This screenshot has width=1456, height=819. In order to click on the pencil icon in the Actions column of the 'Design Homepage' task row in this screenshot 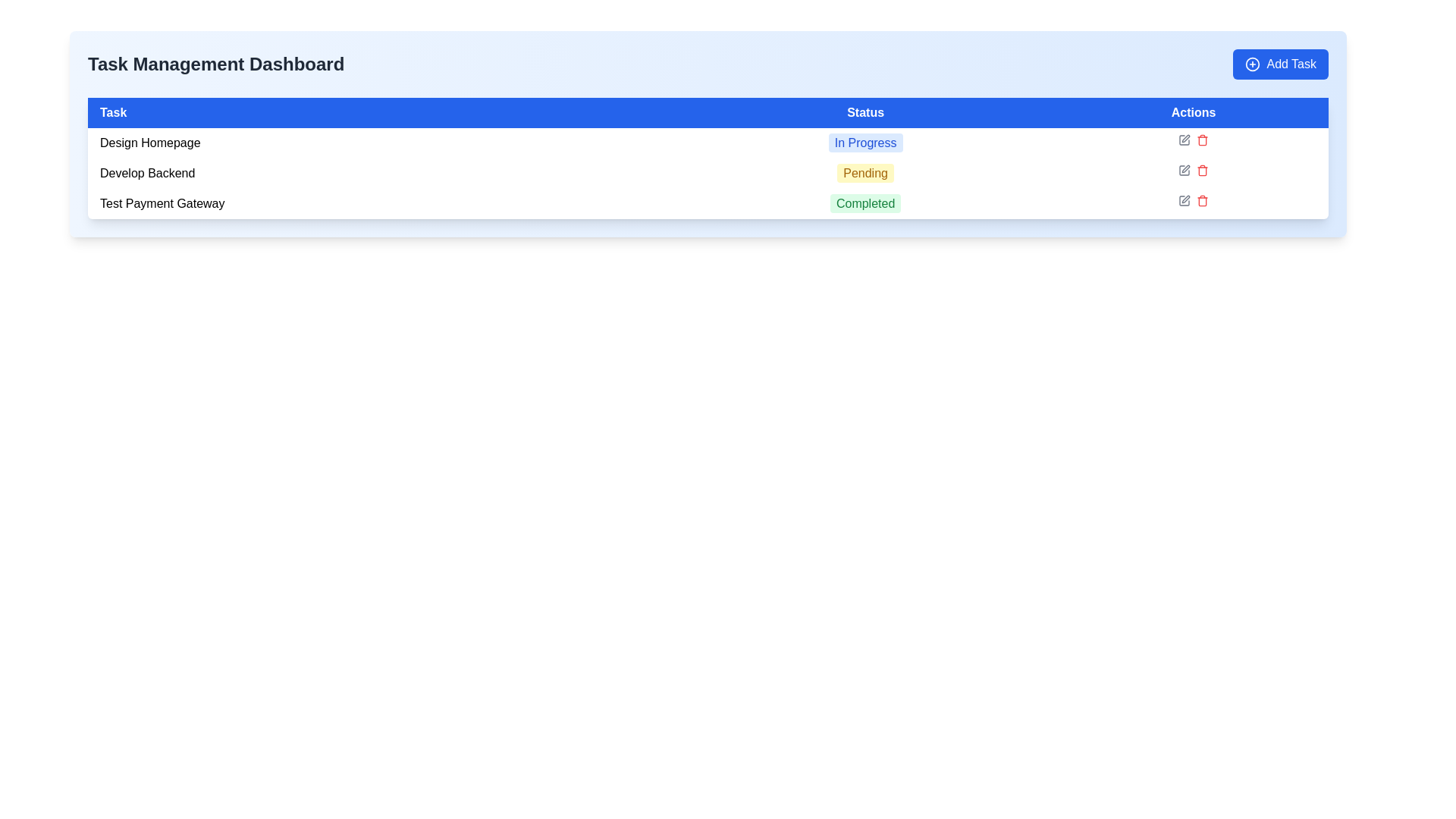, I will do `click(1193, 140)`.